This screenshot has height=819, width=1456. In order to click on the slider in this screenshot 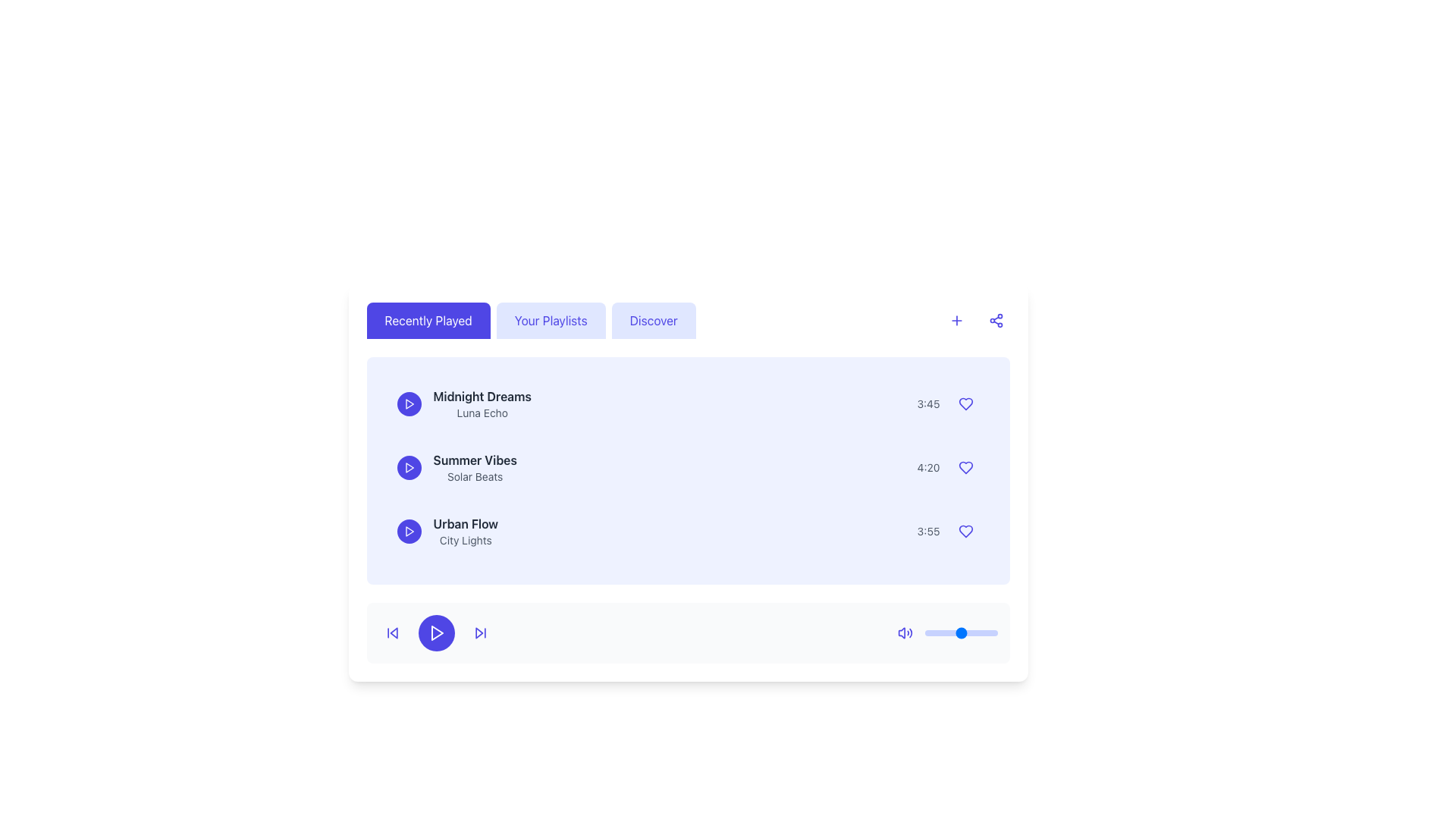, I will do `click(977, 632)`.